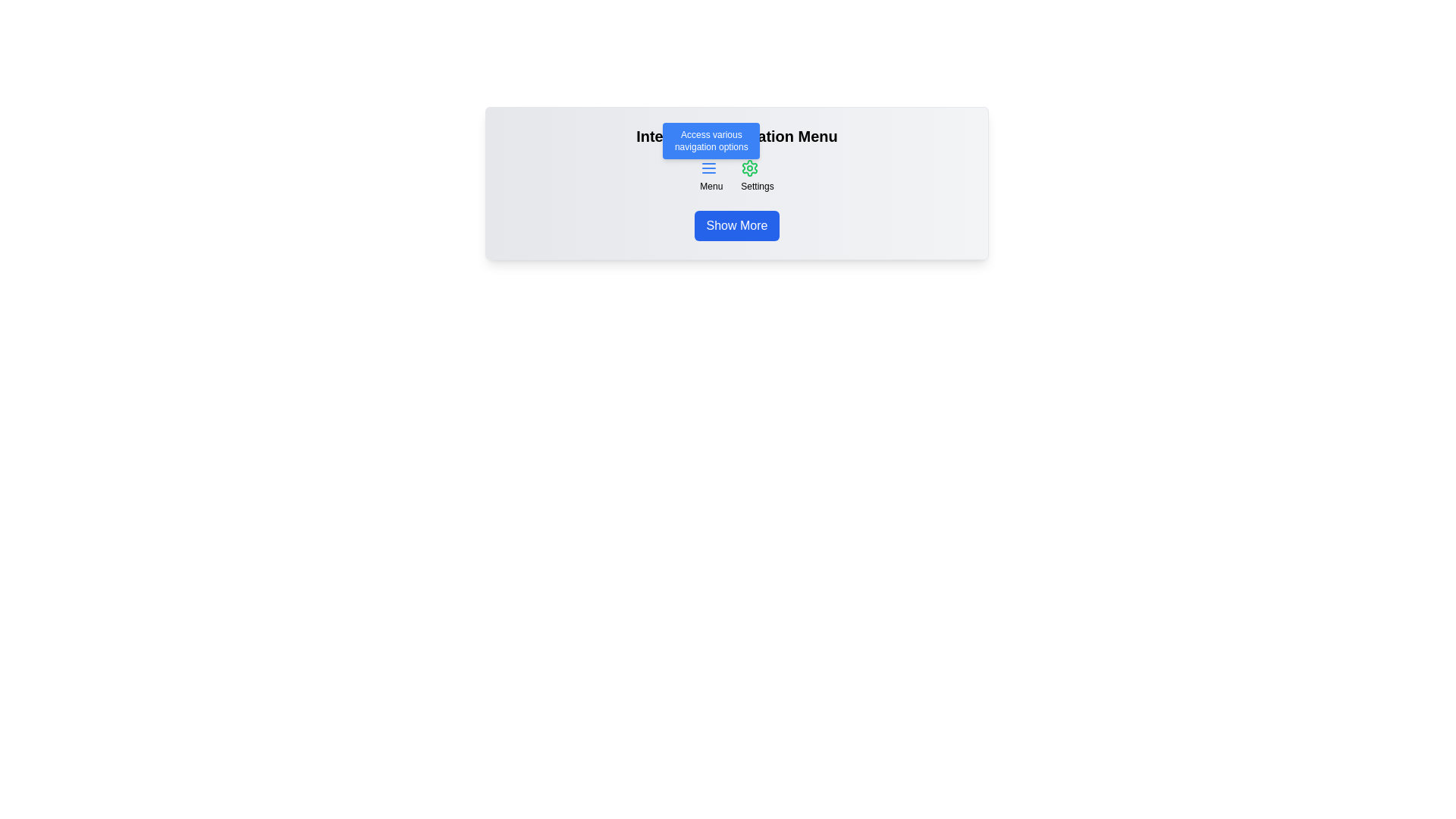  I want to click on the central interactive menu area which hosts navigation and action options for users, so click(736, 183).